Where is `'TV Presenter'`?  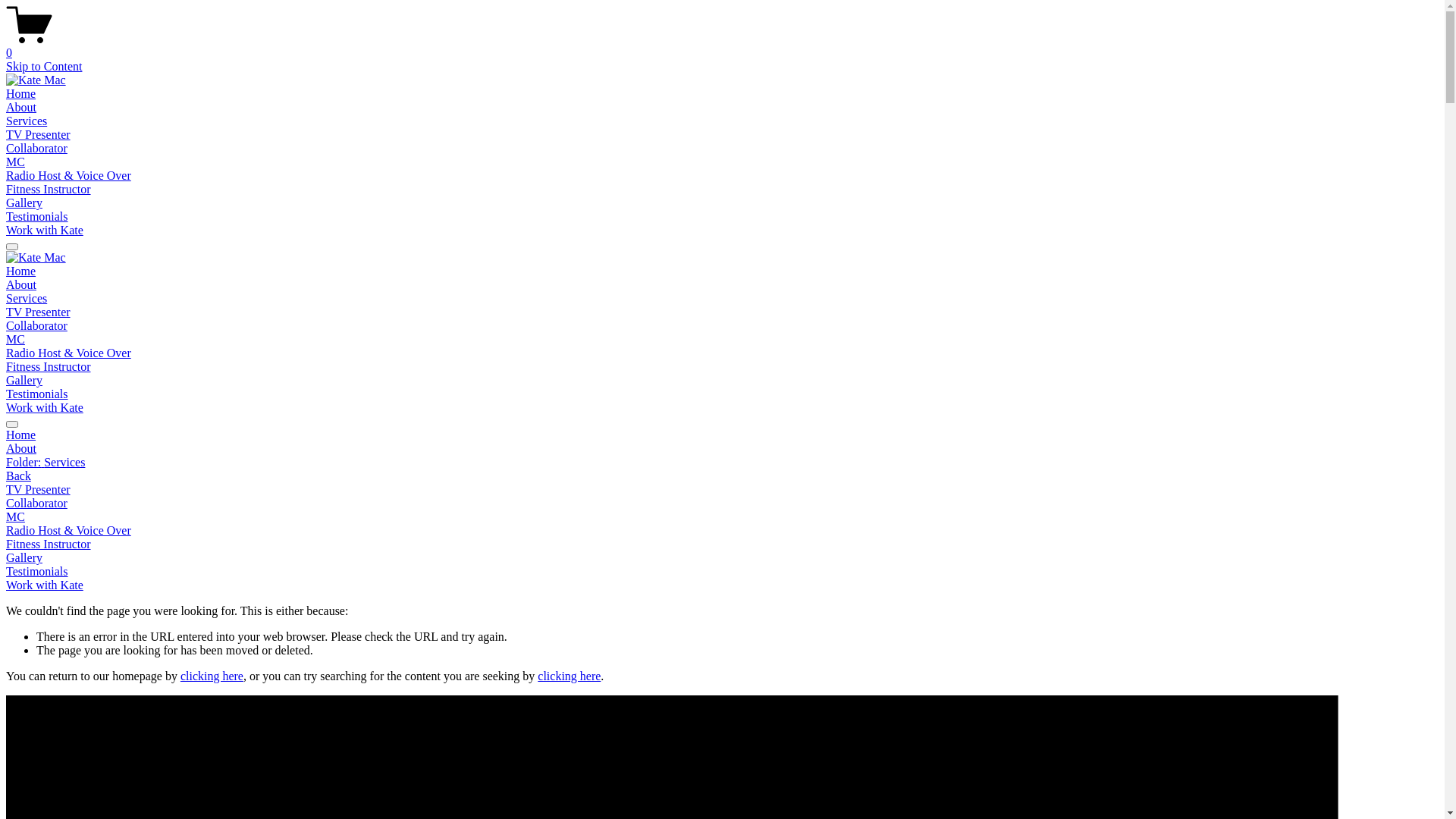
'TV Presenter' is located at coordinates (721, 489).